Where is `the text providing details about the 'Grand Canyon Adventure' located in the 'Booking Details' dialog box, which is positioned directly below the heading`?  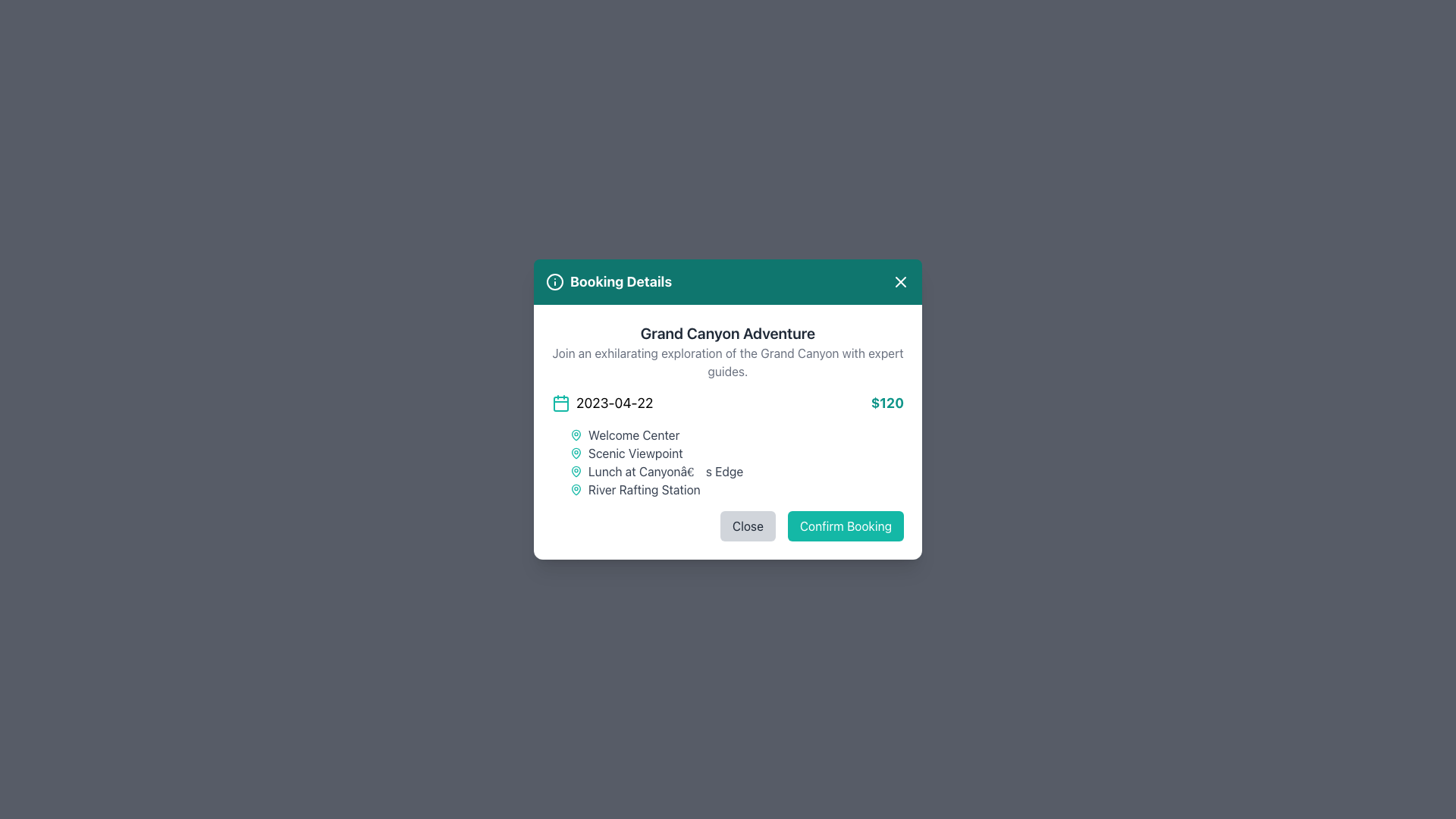 the text providing details about the 'Grand Canyon Adventure' located in the 'Booking Details' dialog box, which is positioned directly below the heading is located at coordinates (728, 362).